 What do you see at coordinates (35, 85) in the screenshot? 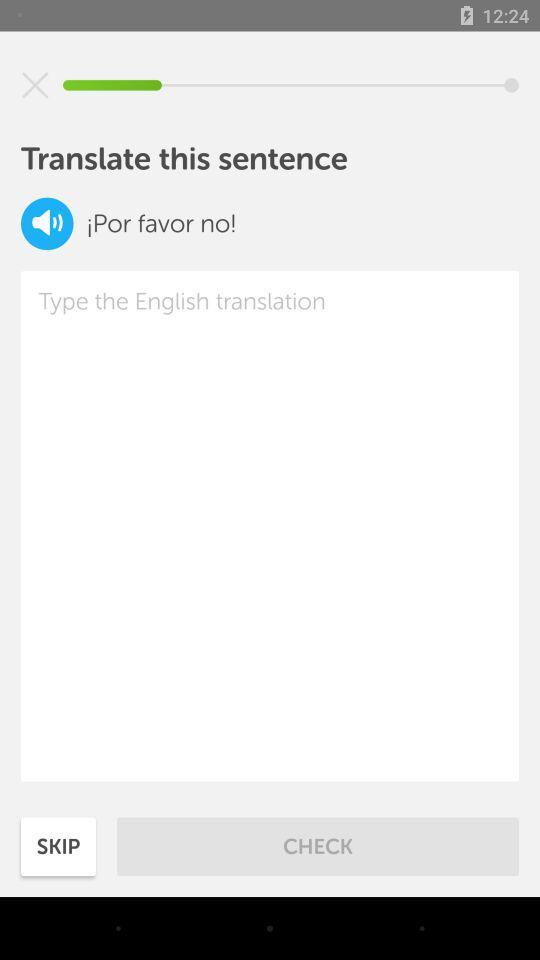
I see `the item above the translate this sentence` at bounding box center [35, 85].